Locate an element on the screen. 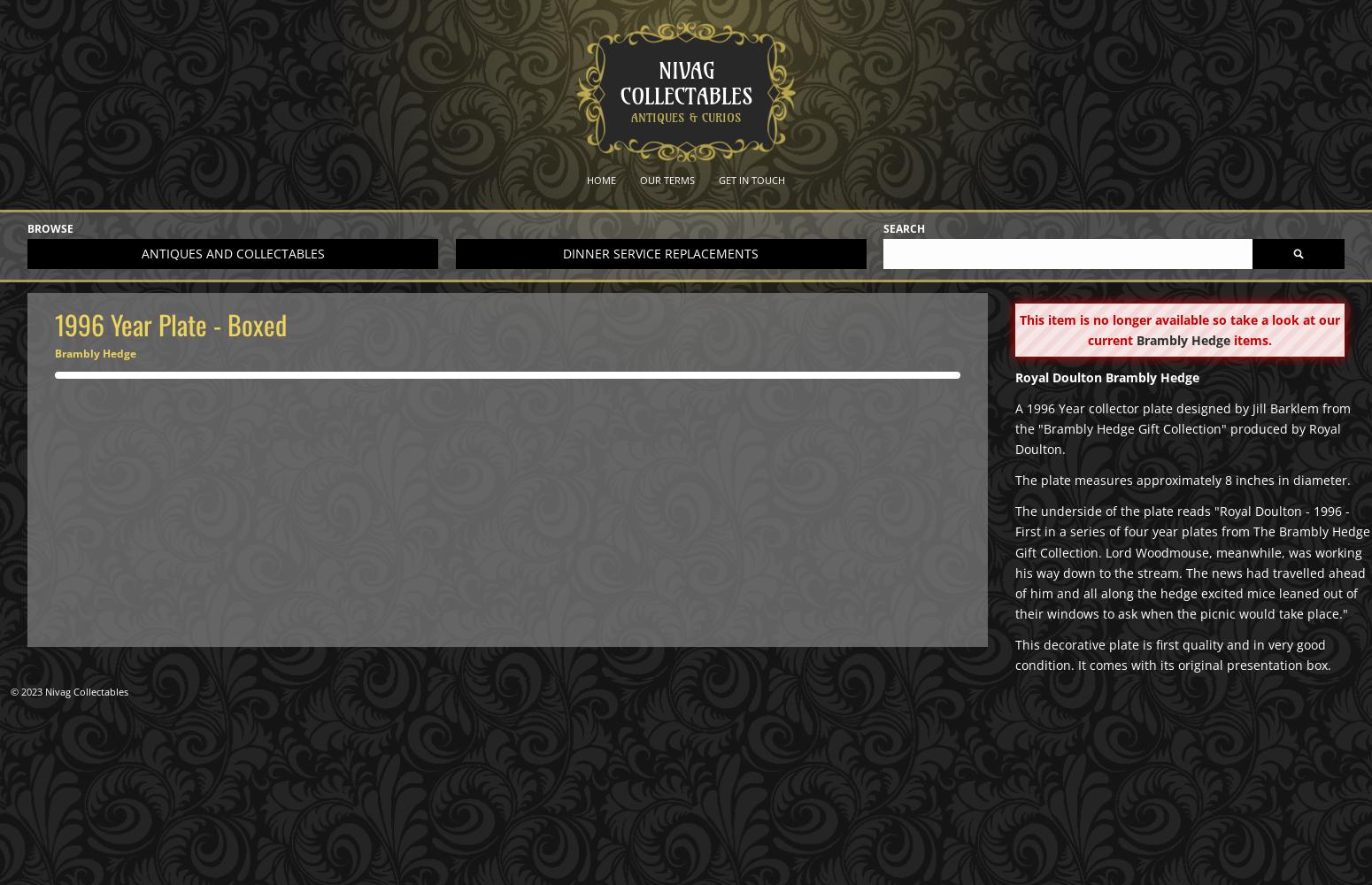 Image resolution: width=1372 pixels, height=885 pixels. 'Our Terms' is located at coordinates (667, 179).